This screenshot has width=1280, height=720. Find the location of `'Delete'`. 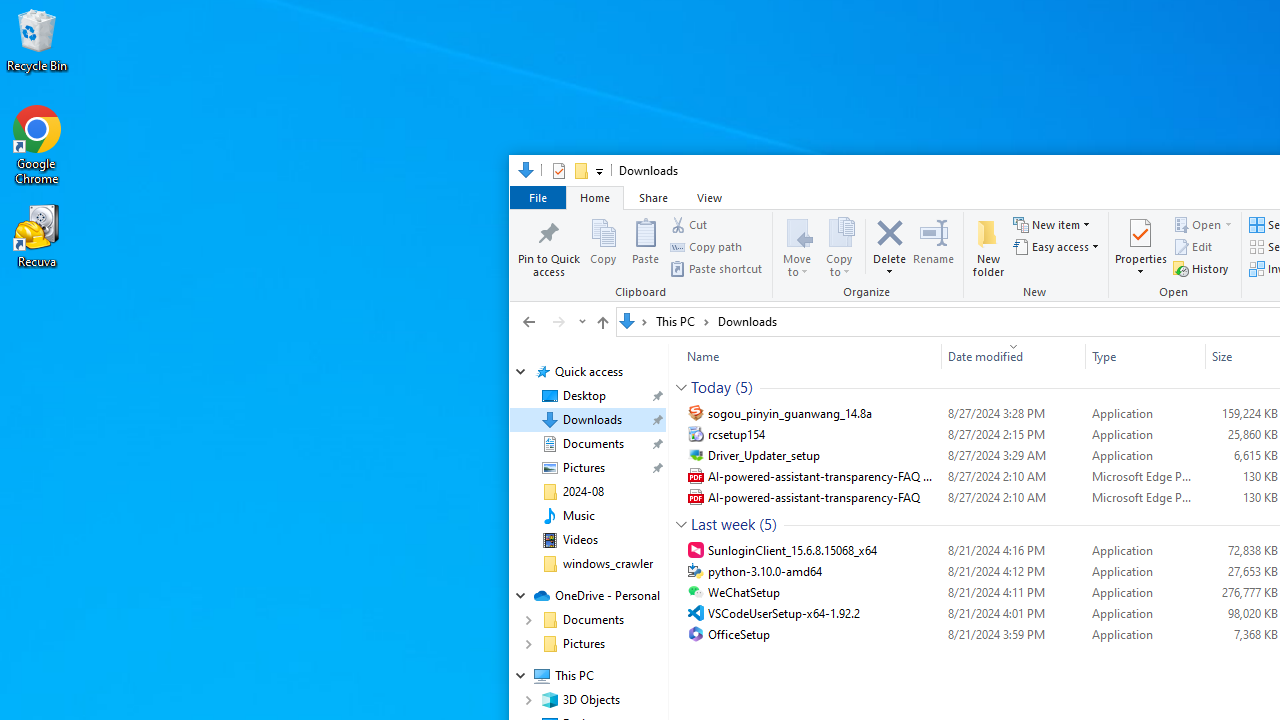

'Delete' is located at coordinates (889, 265).